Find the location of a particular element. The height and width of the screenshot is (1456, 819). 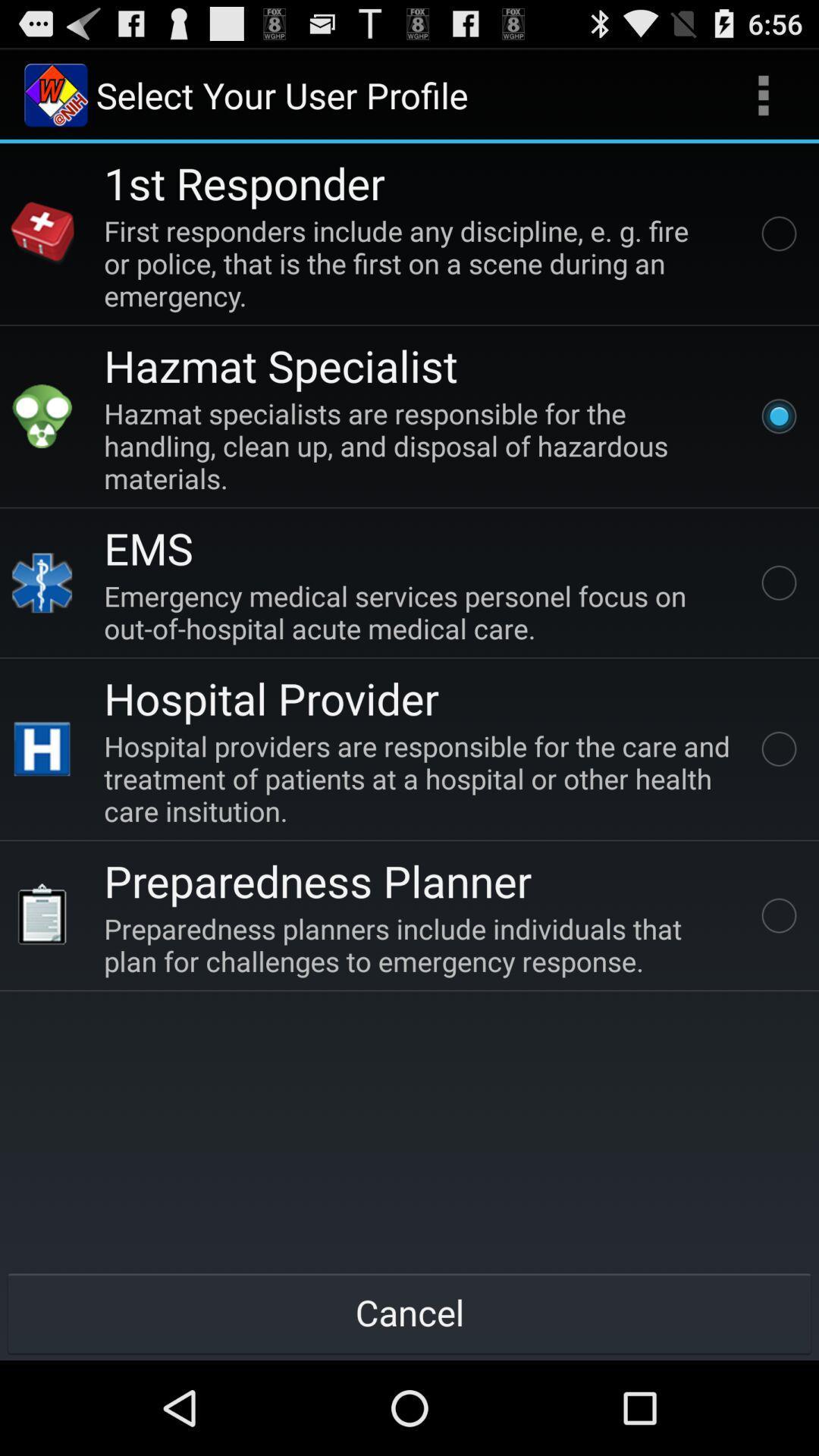

hospital provider app is located at coordinates (271, 697).